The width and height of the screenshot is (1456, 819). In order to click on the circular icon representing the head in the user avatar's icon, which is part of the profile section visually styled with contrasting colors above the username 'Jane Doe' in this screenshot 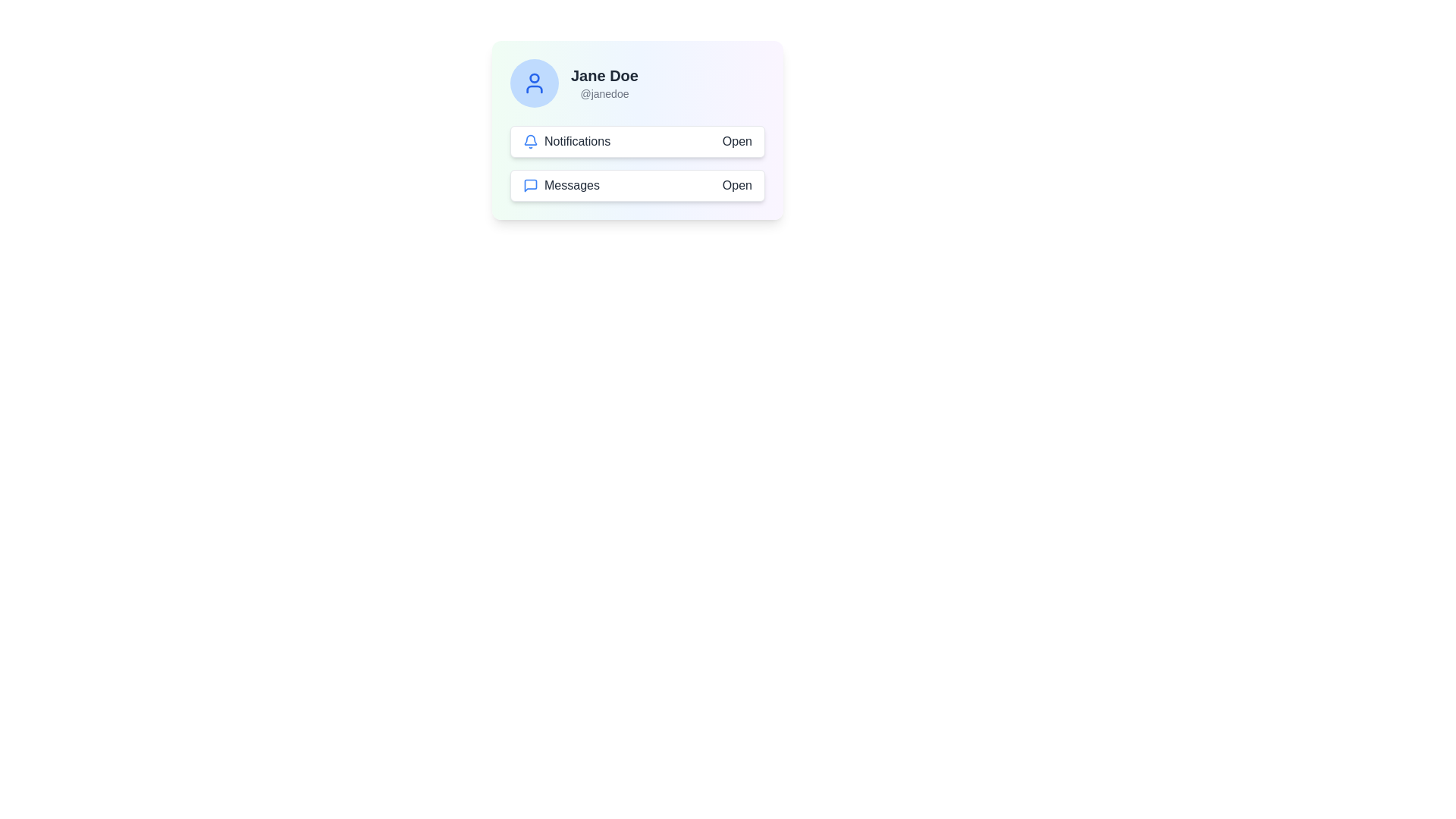, I will do `click(535, 78)`.